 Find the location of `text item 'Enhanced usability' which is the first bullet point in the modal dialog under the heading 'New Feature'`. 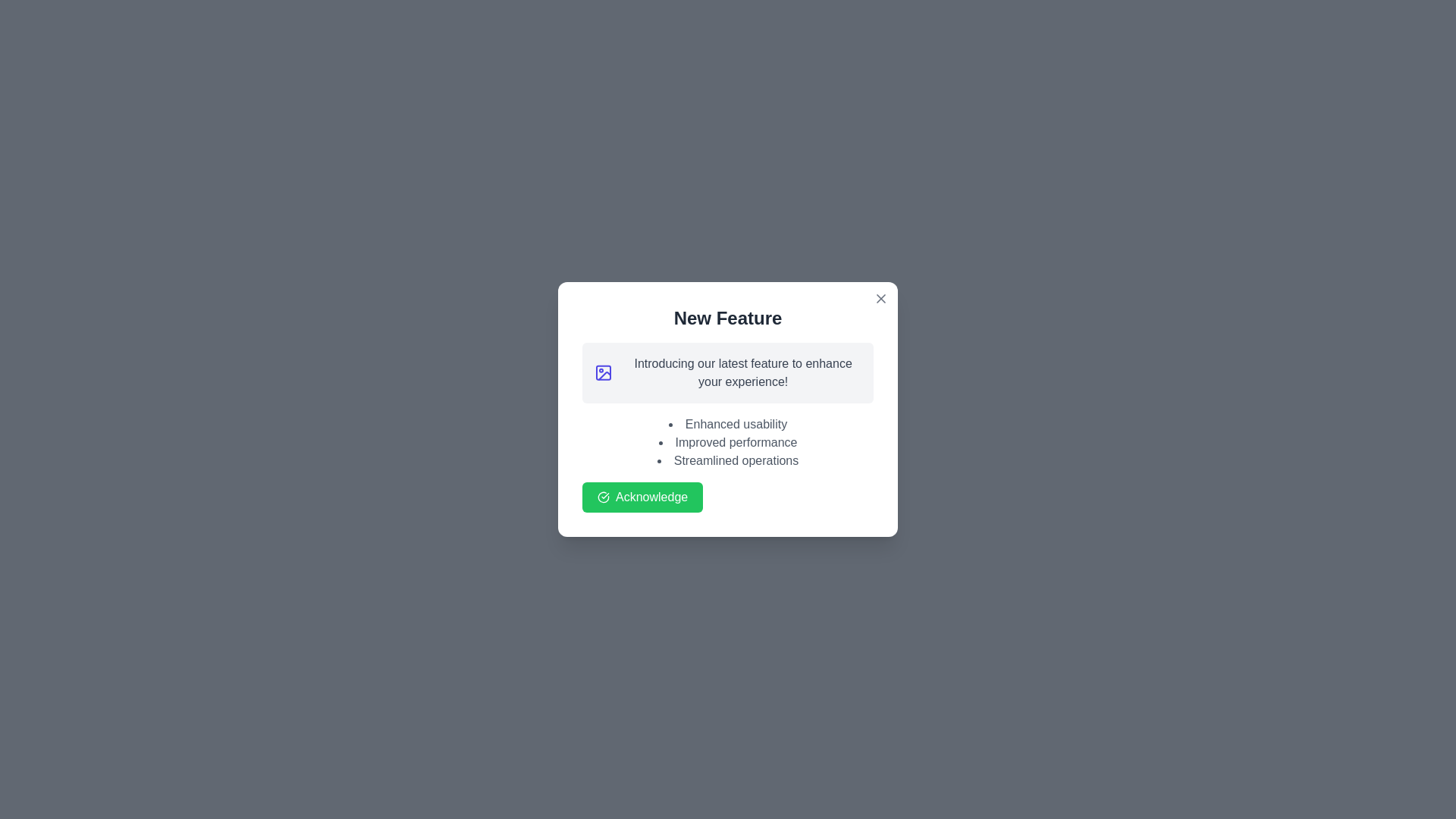

text item 'Enhanced usability' which is the first bullet point in the modal dialog under the heading 'New Feature' is located at coordinates (728, 424).